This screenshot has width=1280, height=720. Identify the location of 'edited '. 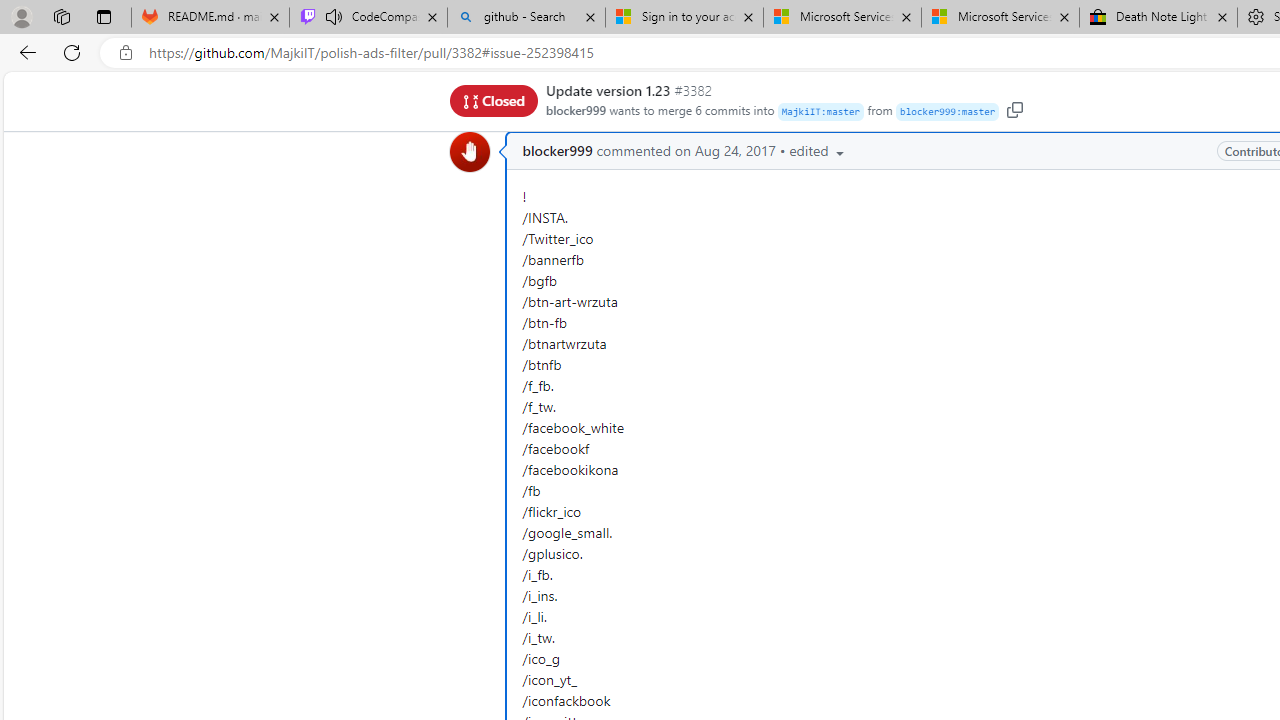
(818, 149).